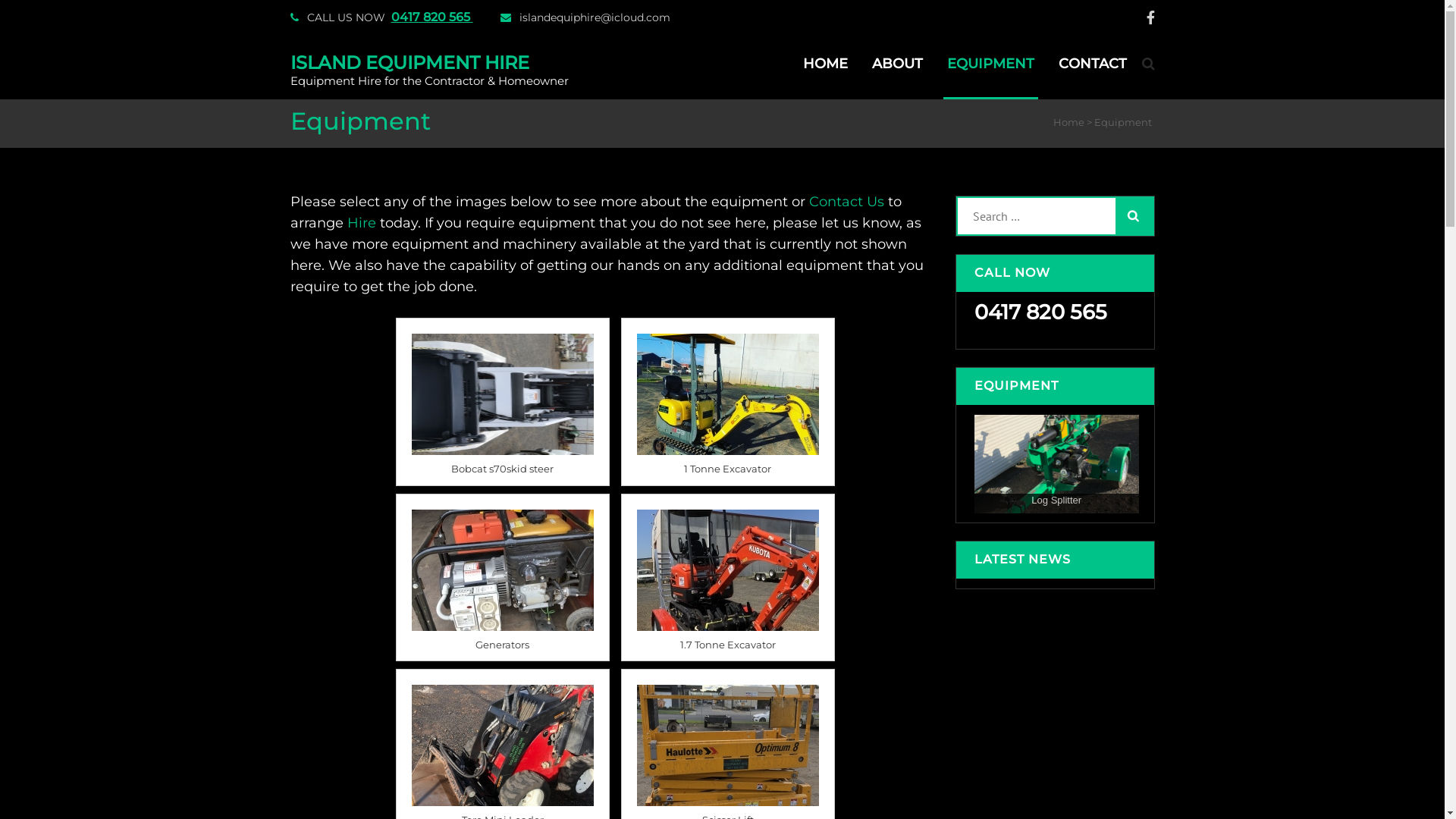 The height and width of the screenshot is (819, 1456). Describe the element at coordinates (1150, 17) in the screenshot. I see `'facebook'` at that location.